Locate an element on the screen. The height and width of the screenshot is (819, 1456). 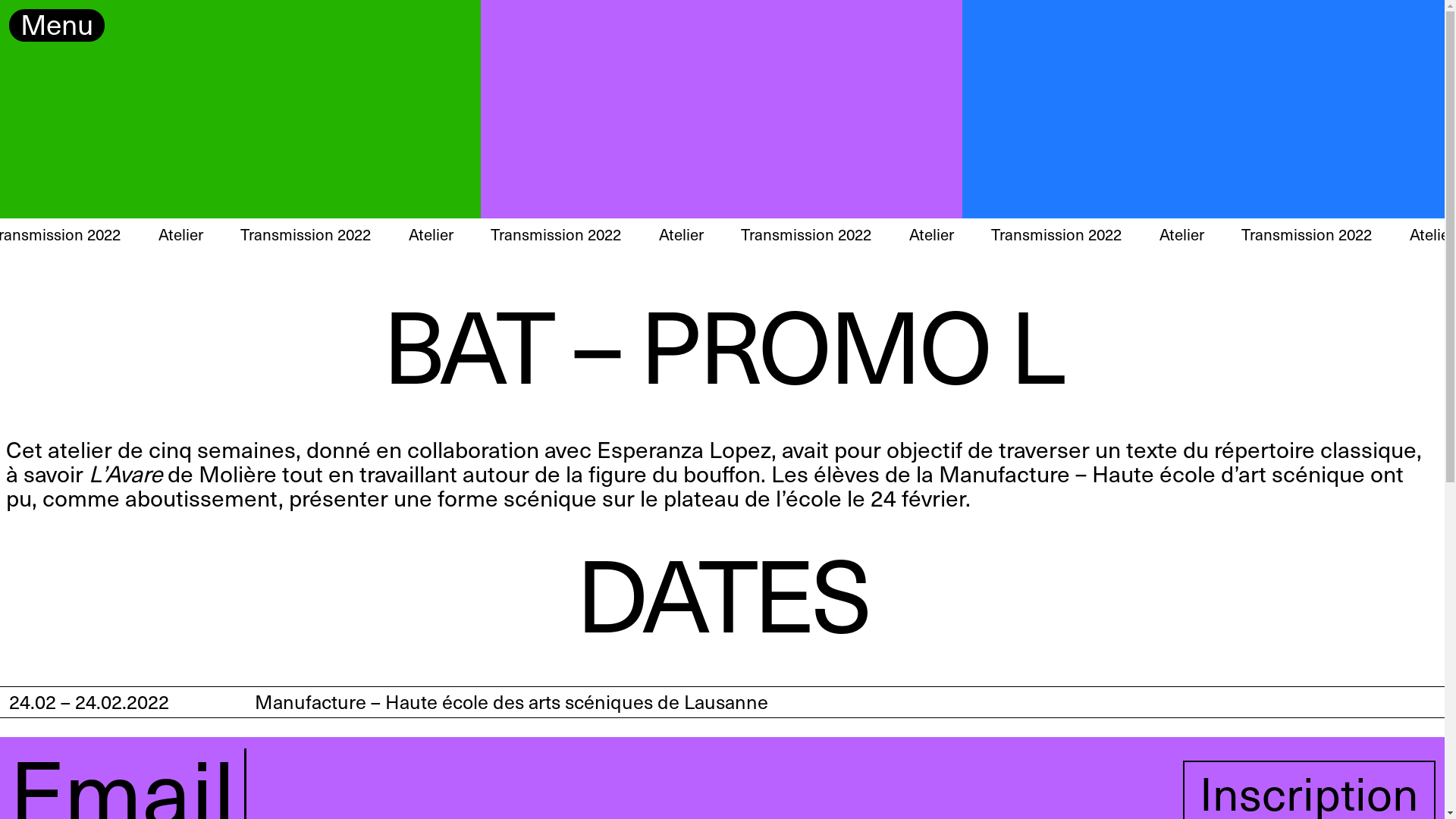
'Menu' is located at coordinates (9, 25).